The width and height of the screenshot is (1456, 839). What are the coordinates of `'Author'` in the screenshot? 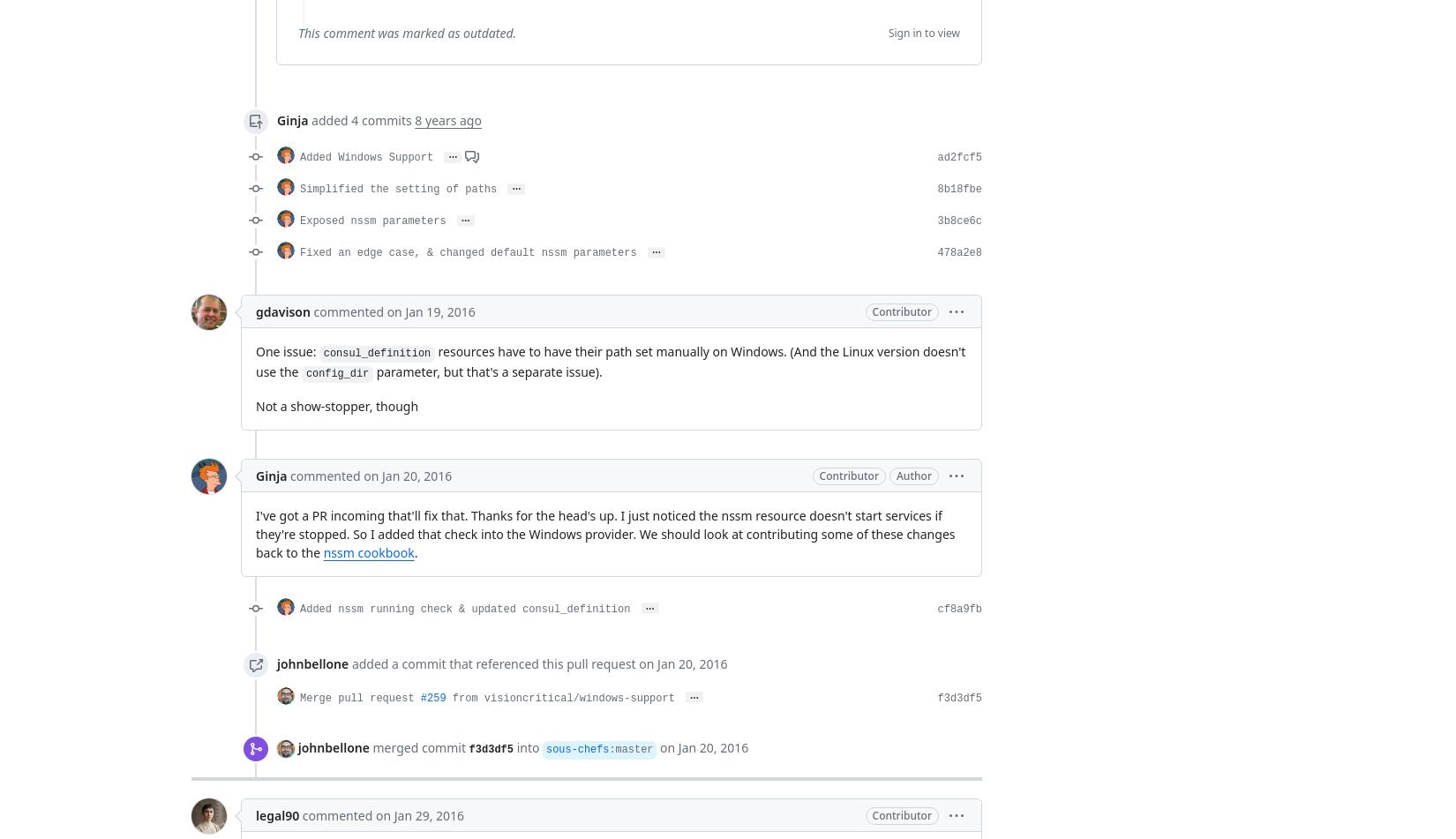 It's located at (914, 475).